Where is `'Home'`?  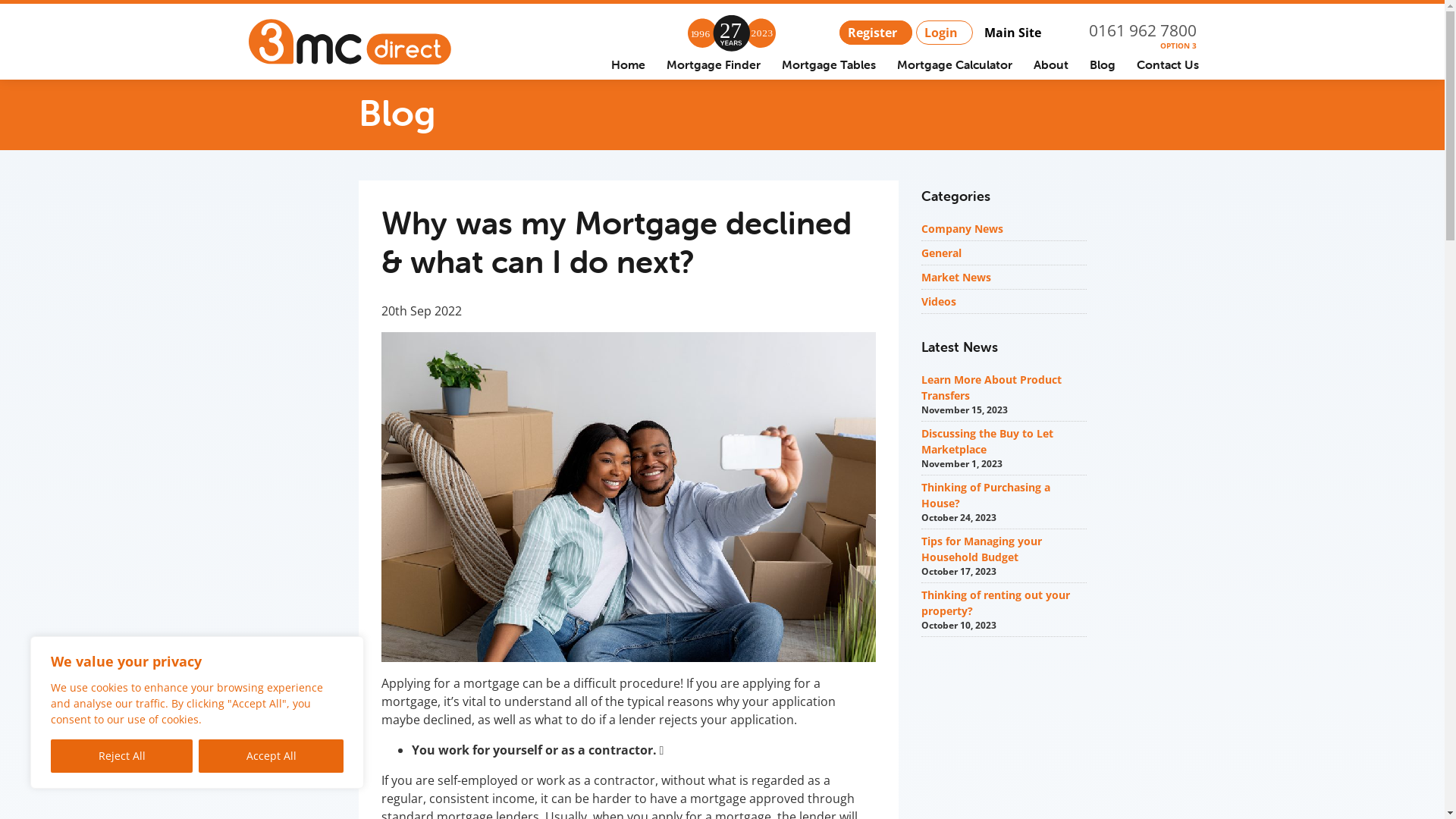 'Home' is located at coordinates (601, 63).